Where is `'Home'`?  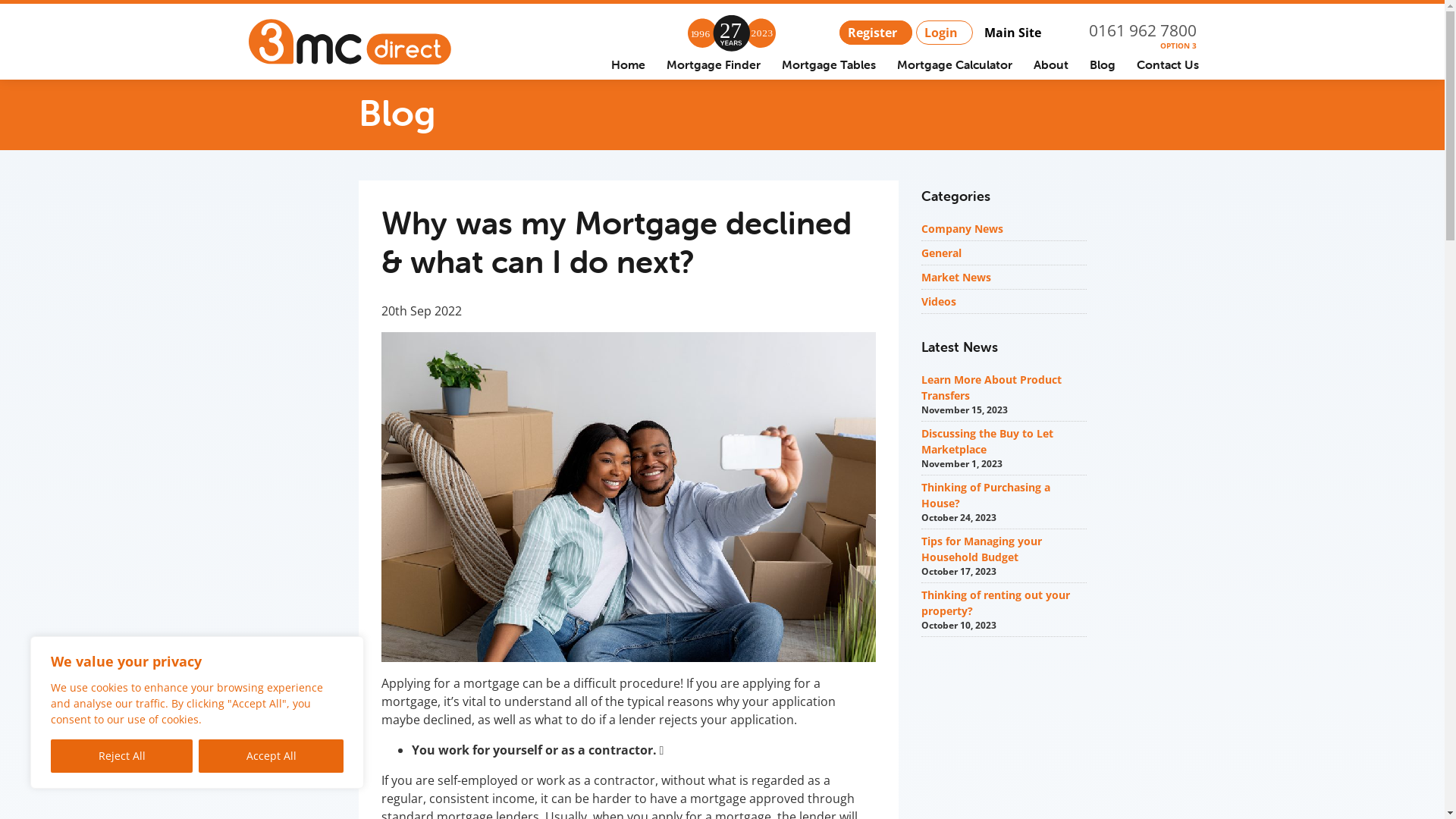 'Home' is located at coordinates (601, 63).